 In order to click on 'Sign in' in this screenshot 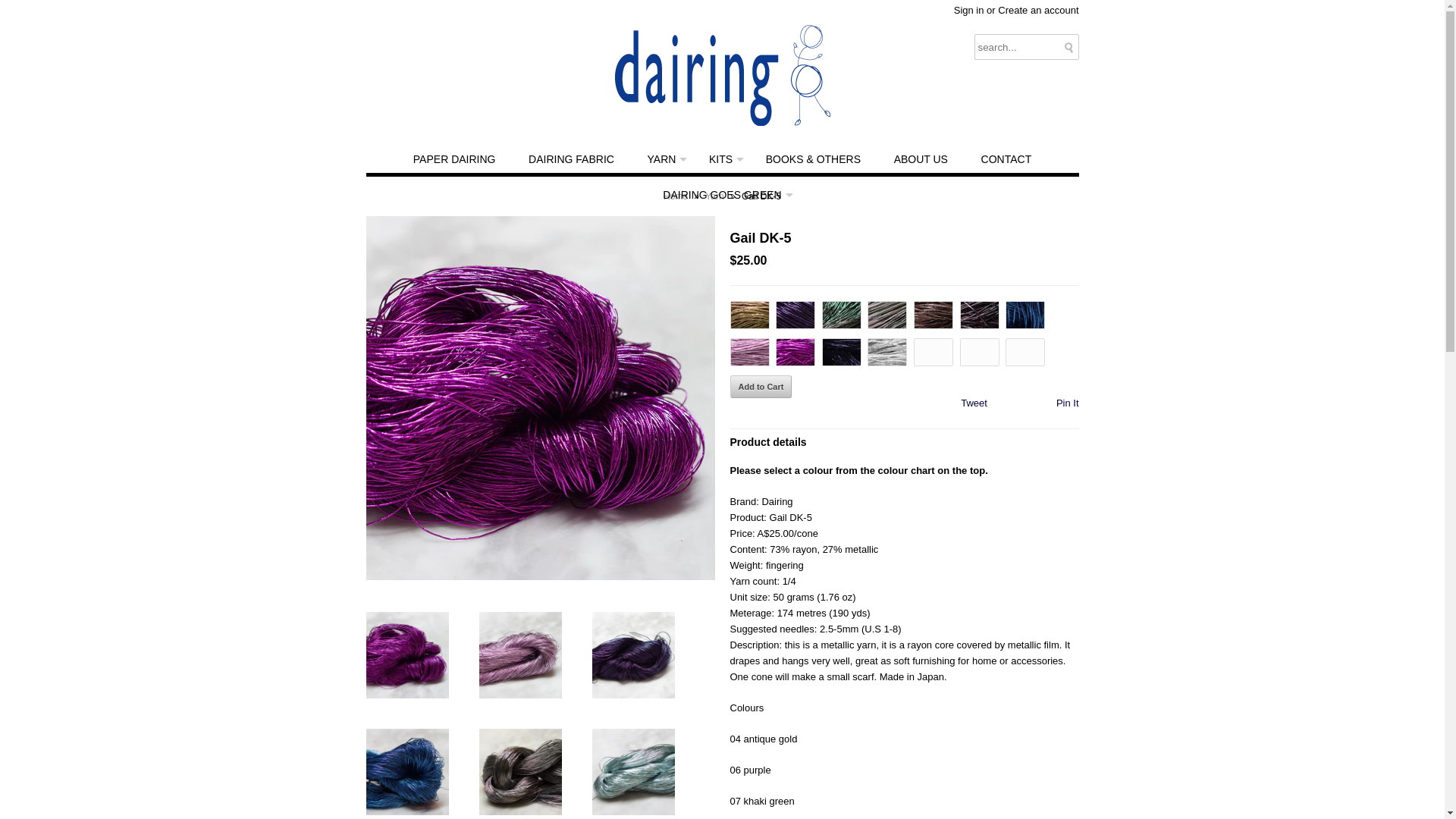, I will do `click(968, 10)`.